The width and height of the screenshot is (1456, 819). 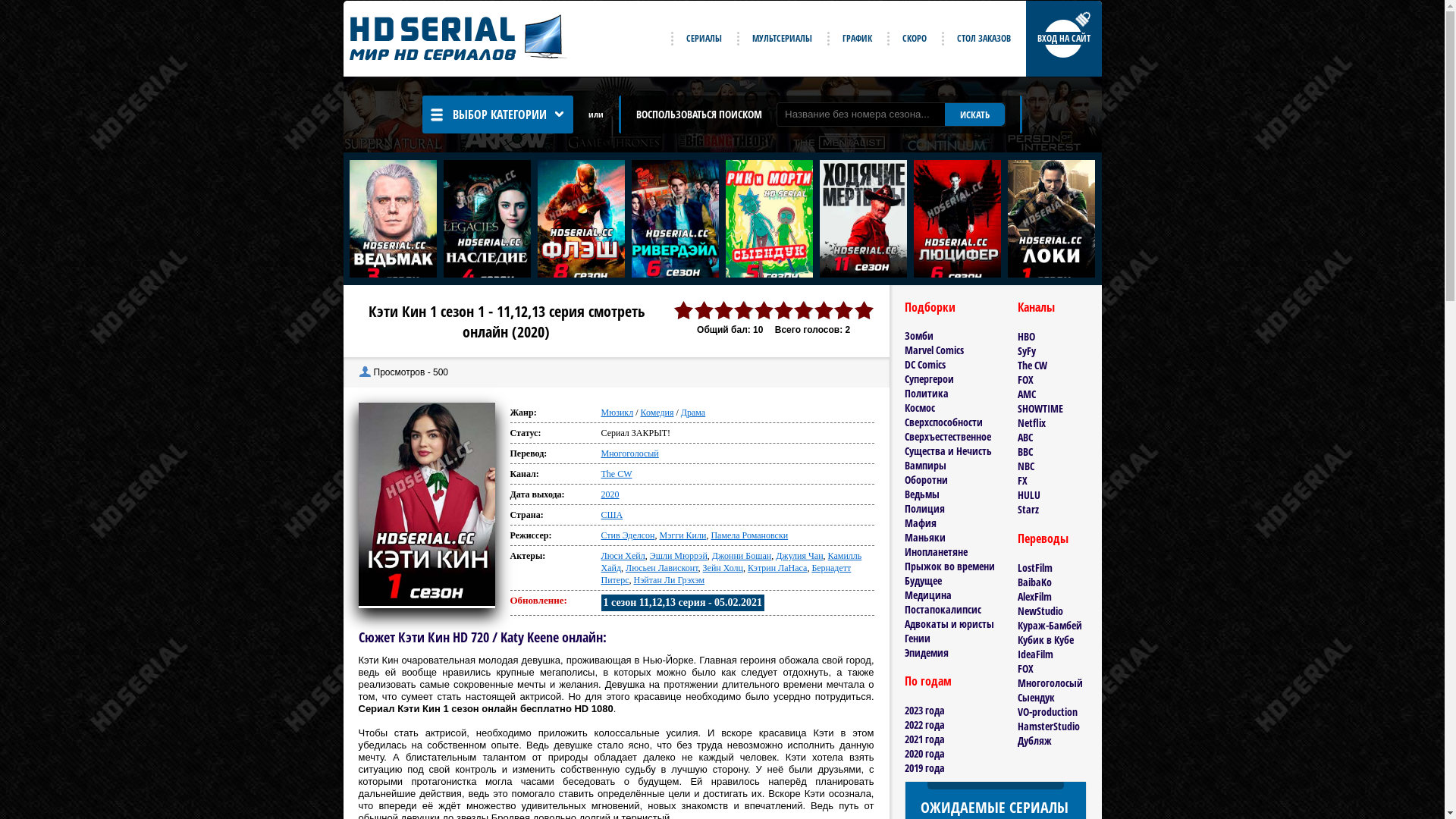 I want to click on 'The CW', so click(x=616, y=472).